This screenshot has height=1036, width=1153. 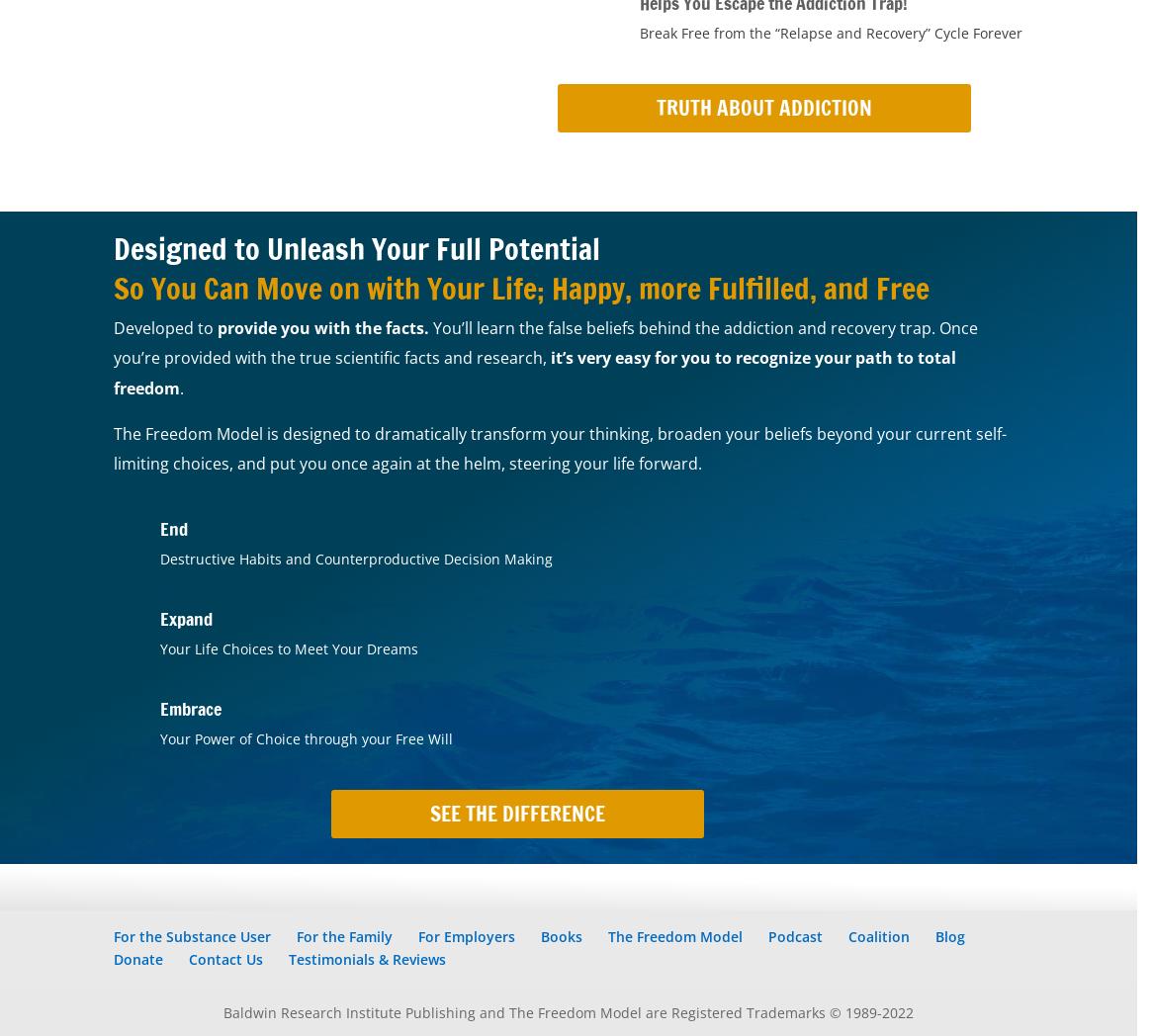 What do you see at coordinates (534, 371) in the screenshot?
I see `'it’s very easy for you to recognize your path to total freedom'` at bounding box center [534, 371].